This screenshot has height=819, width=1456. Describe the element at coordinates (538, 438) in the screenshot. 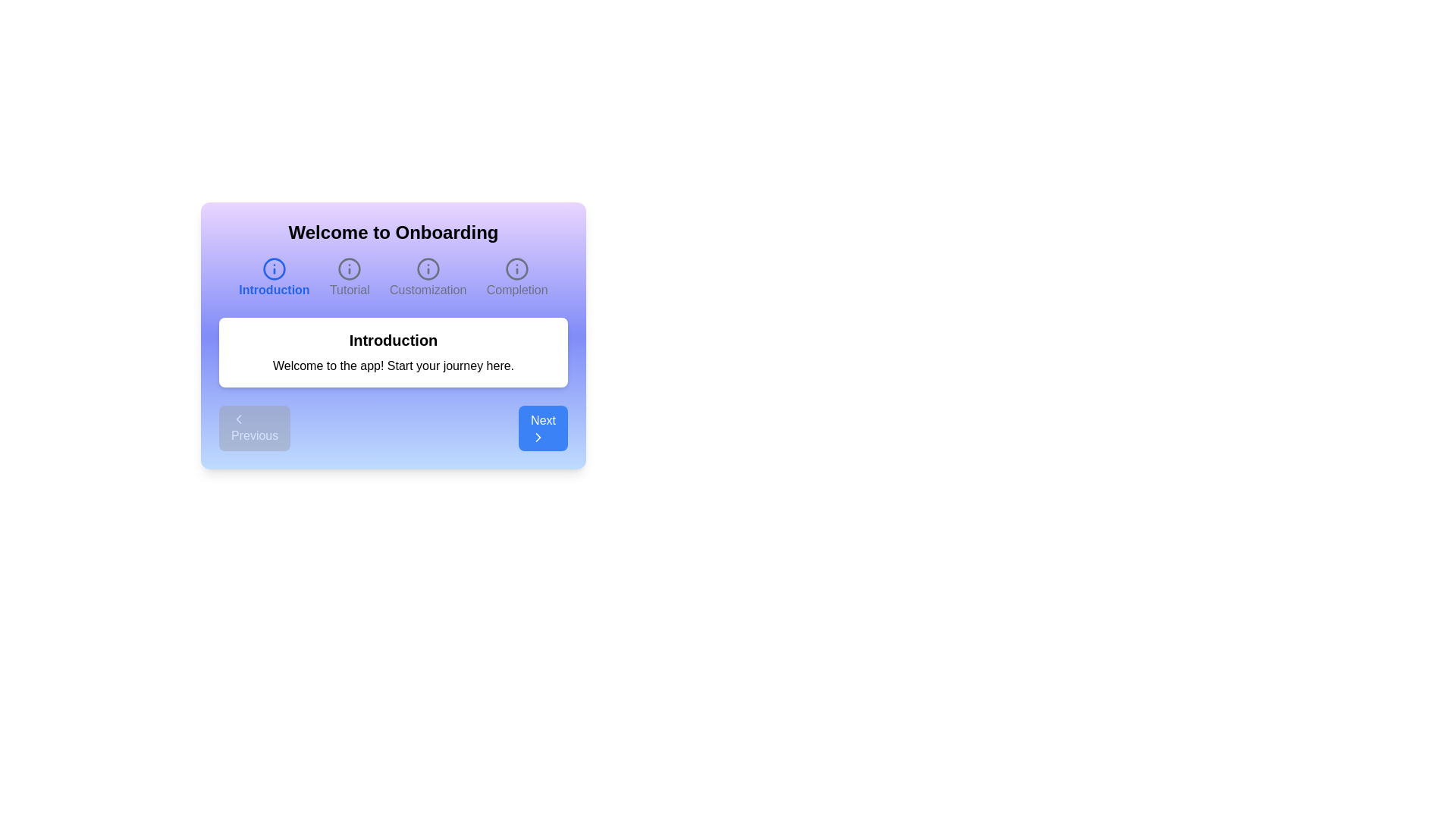

I see `the rightward-pointing chevron icon (arrowhead) inside the blue 'Next' button located at the lower-right corner of the modal interface` at that location.